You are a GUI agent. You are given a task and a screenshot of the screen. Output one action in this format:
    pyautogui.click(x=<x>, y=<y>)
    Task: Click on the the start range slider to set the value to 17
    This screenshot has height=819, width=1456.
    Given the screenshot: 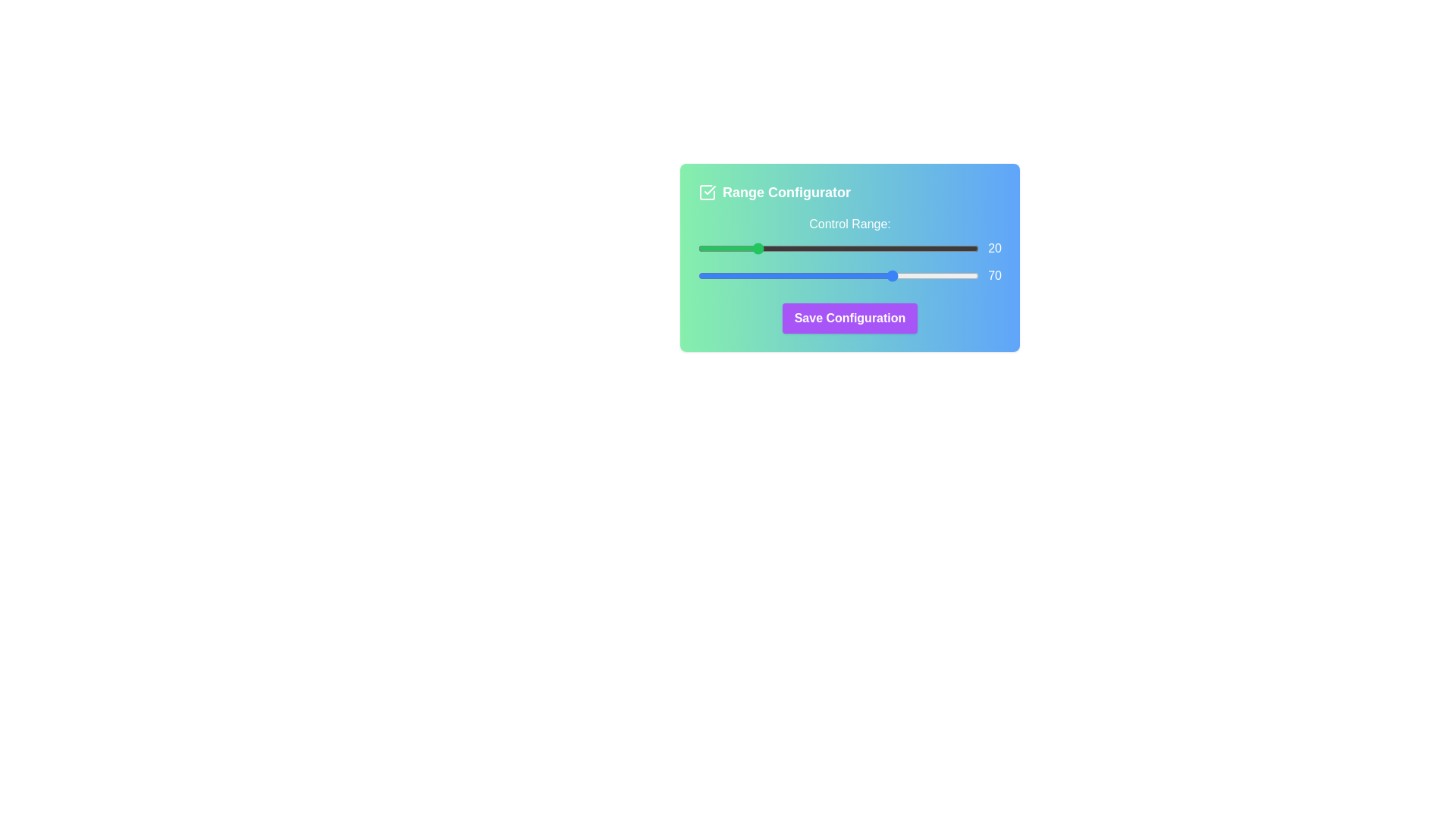 What is the action you would take?
    pyautogui.click(x=745, y=247)
    